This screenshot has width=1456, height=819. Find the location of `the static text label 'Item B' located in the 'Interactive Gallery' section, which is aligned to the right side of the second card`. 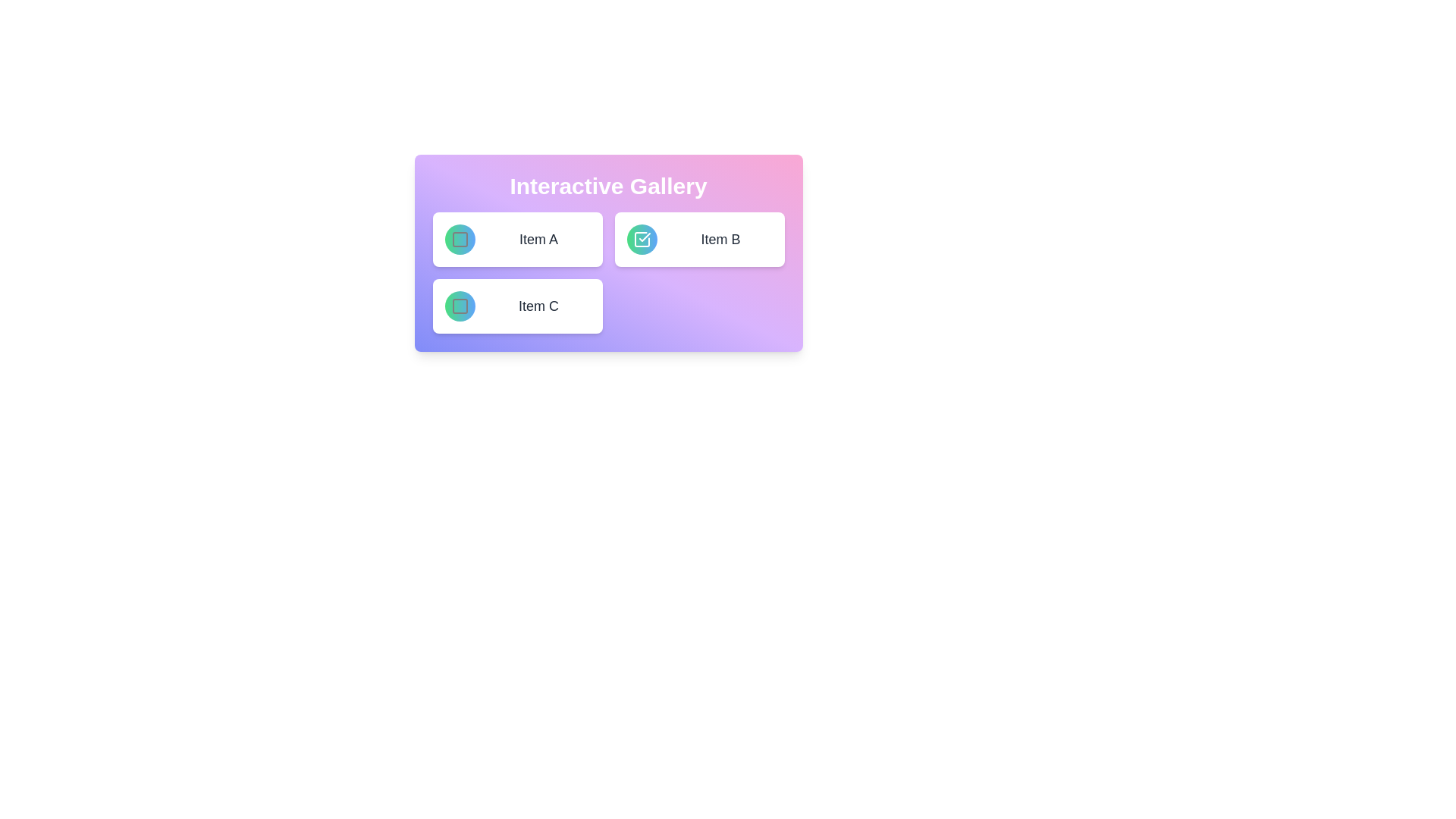

the static text label 'Item B' located in the 'Interactive Gallery' section, which is aligned to the right side of the second card is located at coordinates (720, 239).